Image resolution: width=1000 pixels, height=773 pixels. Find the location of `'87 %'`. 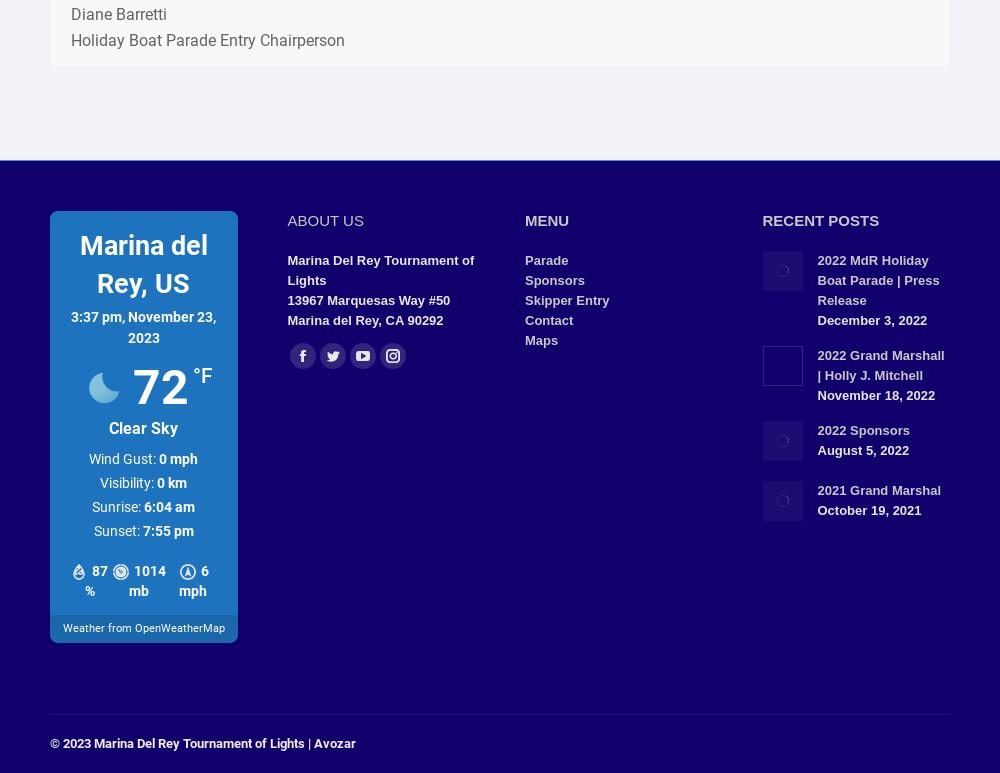

'87 %' is located at coordinates (95, 580).